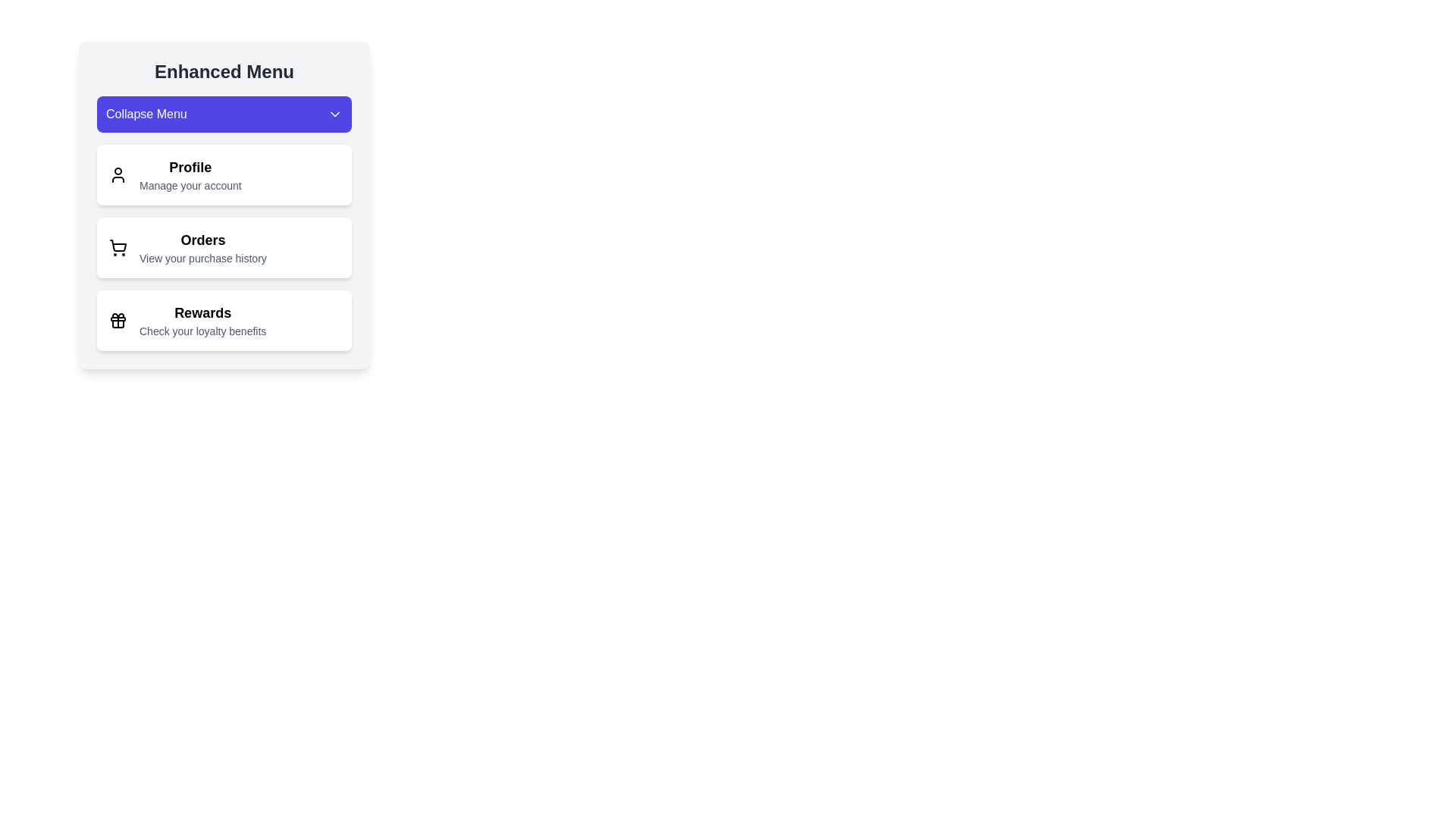 The height and width of the screenshot is (819, 1456). Describe the element at coordinates (190, 167) in the screenshot. I see `the 'Profile' text label, which is bold and black, indicating a heading above the 'Manage your account' text in the menu interface` at that location.